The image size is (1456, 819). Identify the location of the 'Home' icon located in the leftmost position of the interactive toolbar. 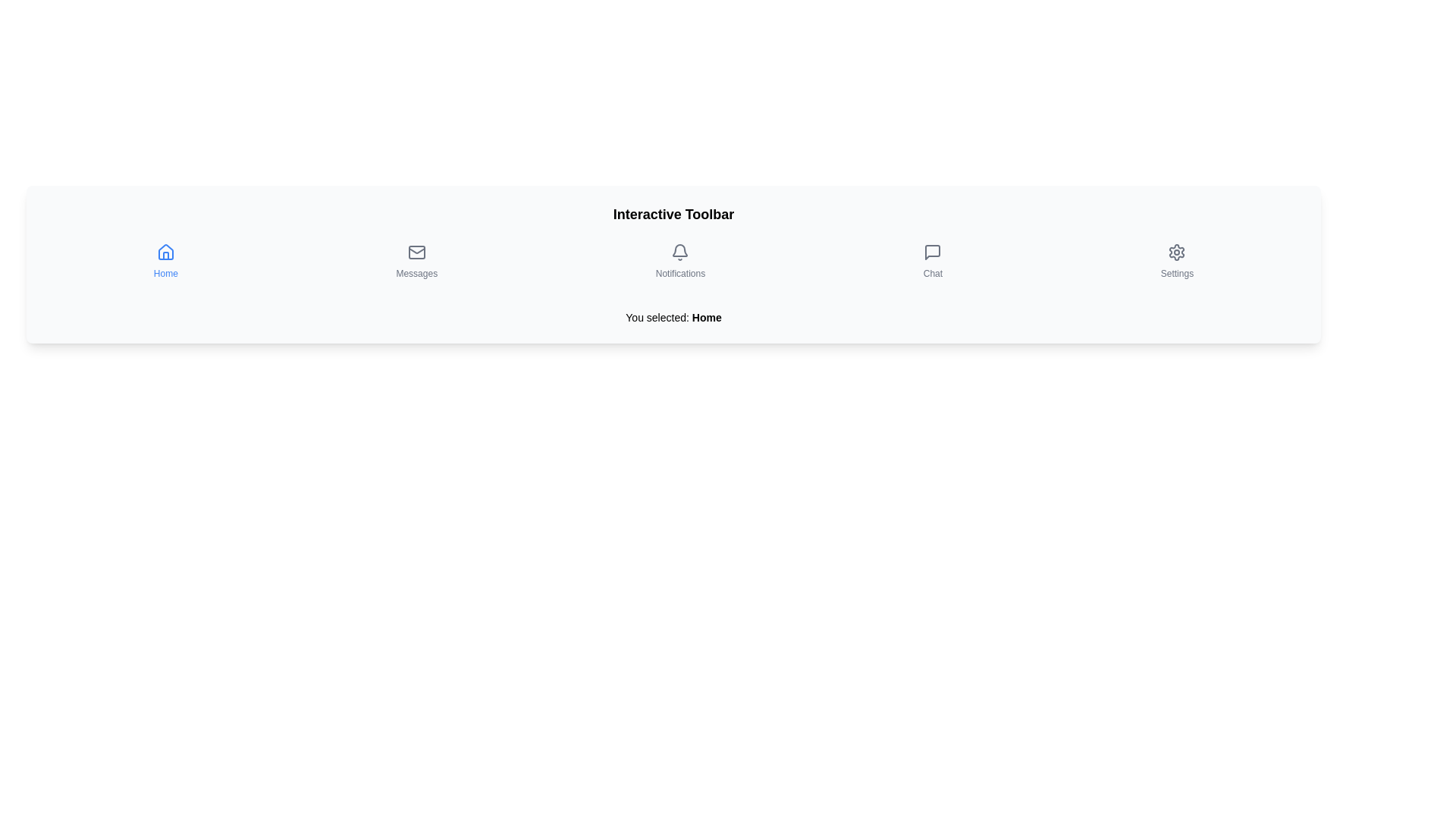
(165, 251).